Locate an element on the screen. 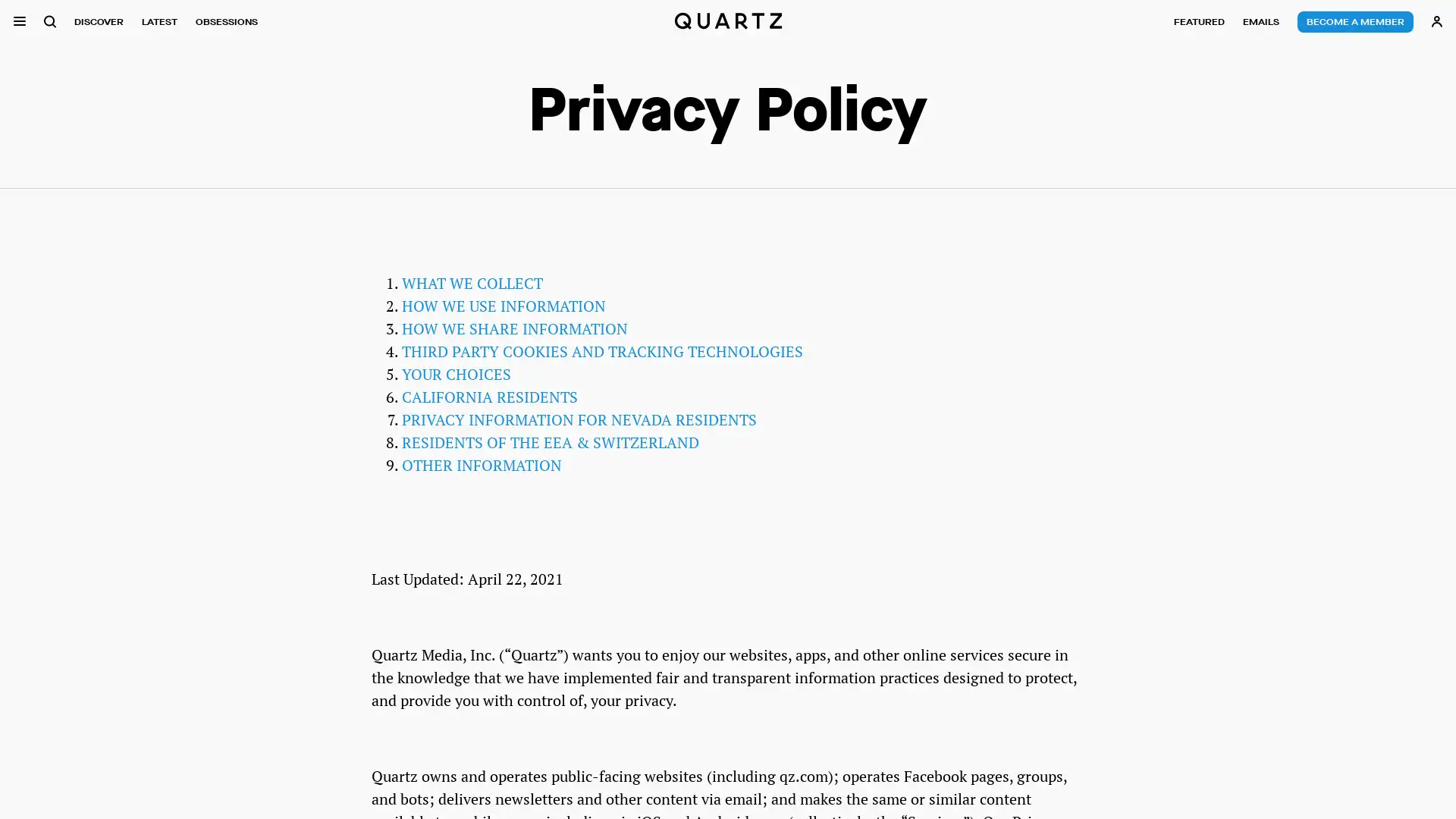 The image size is (1456, 819). Toggle menu is located at coordinates (19, 21).